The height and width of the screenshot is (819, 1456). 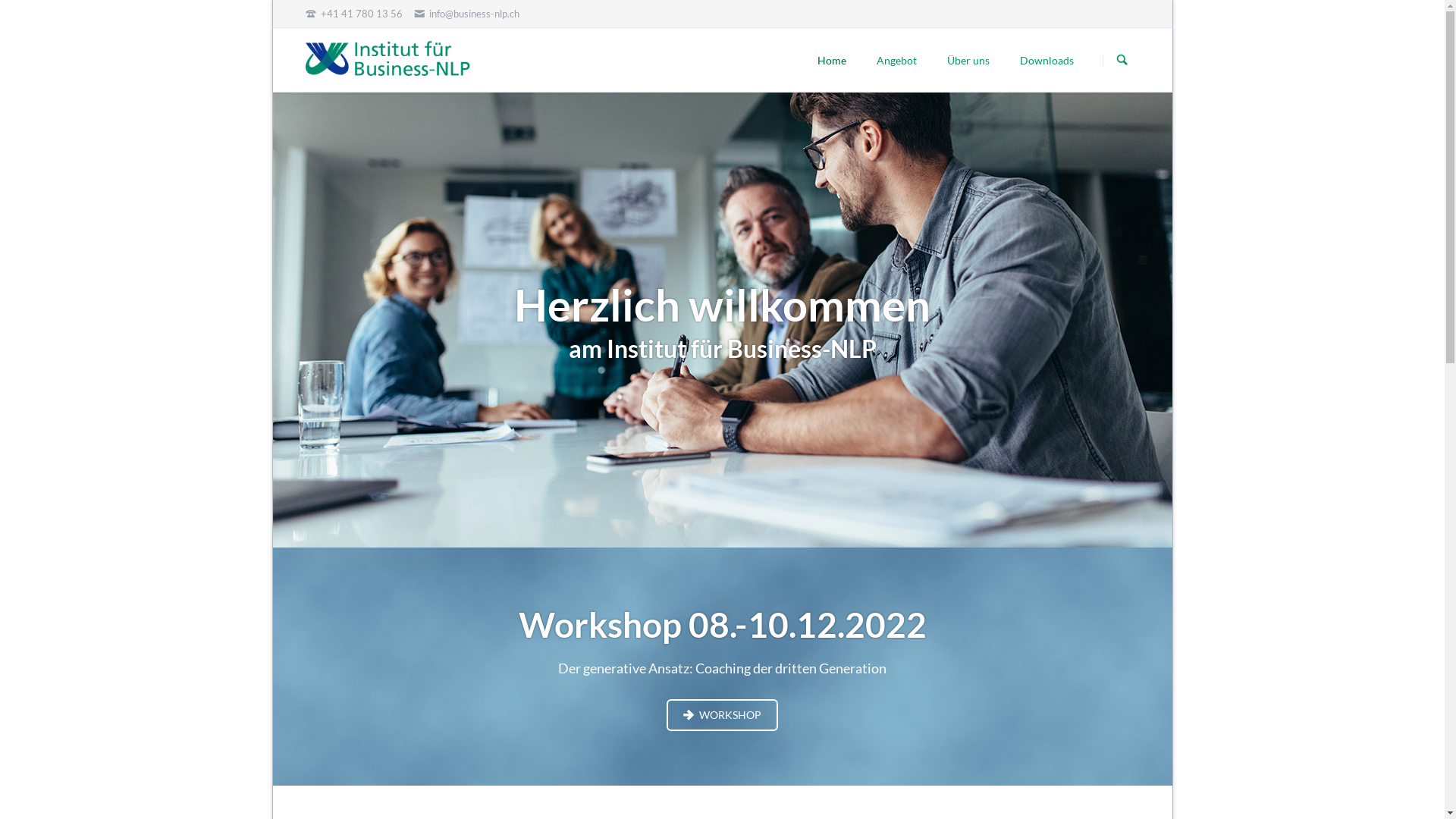 I want to click on 'Downloads', so click(x=1046, y=58).